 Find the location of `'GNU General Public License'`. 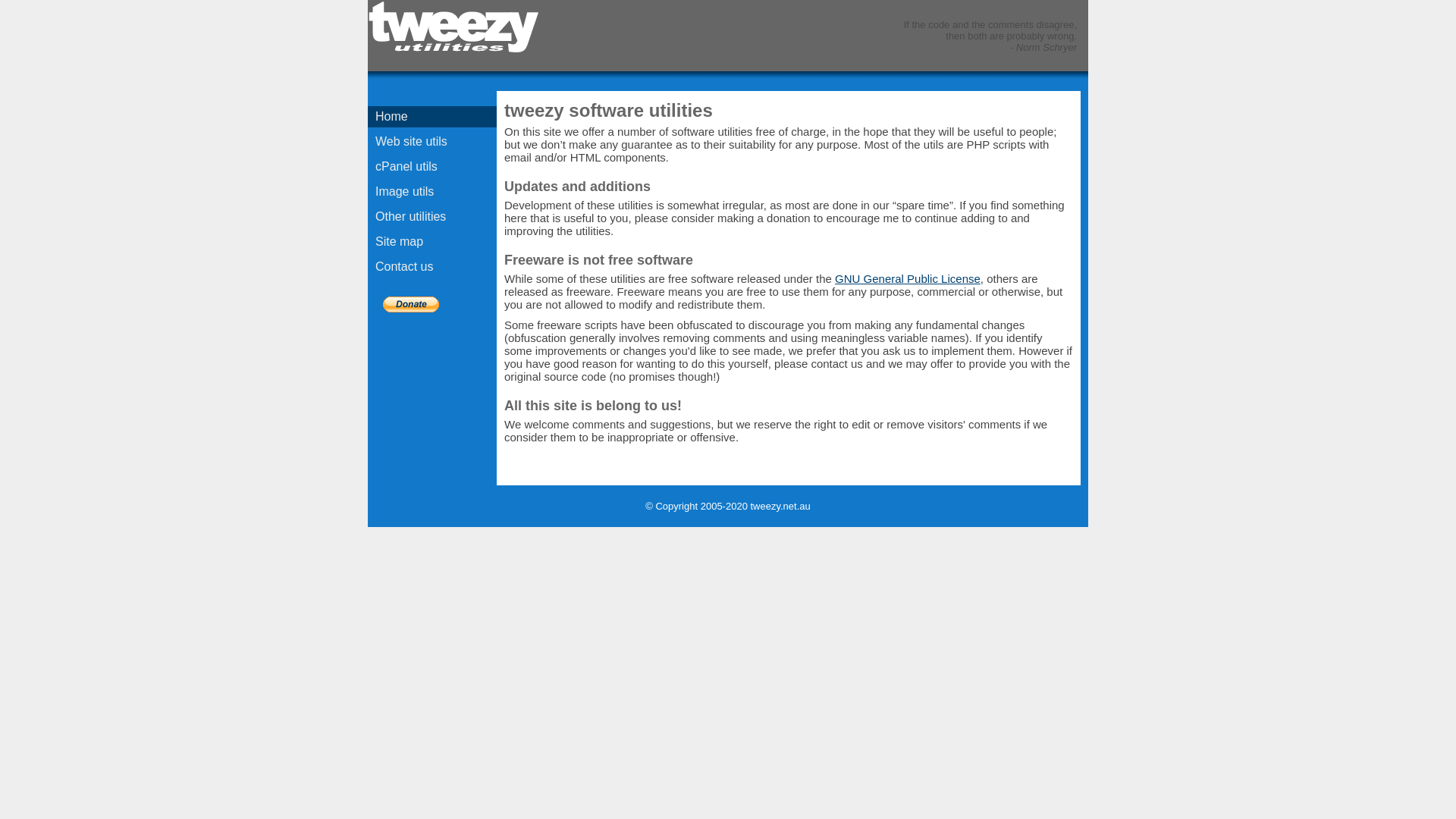

'GNU General Public License' is located at coordinates (833, 278).